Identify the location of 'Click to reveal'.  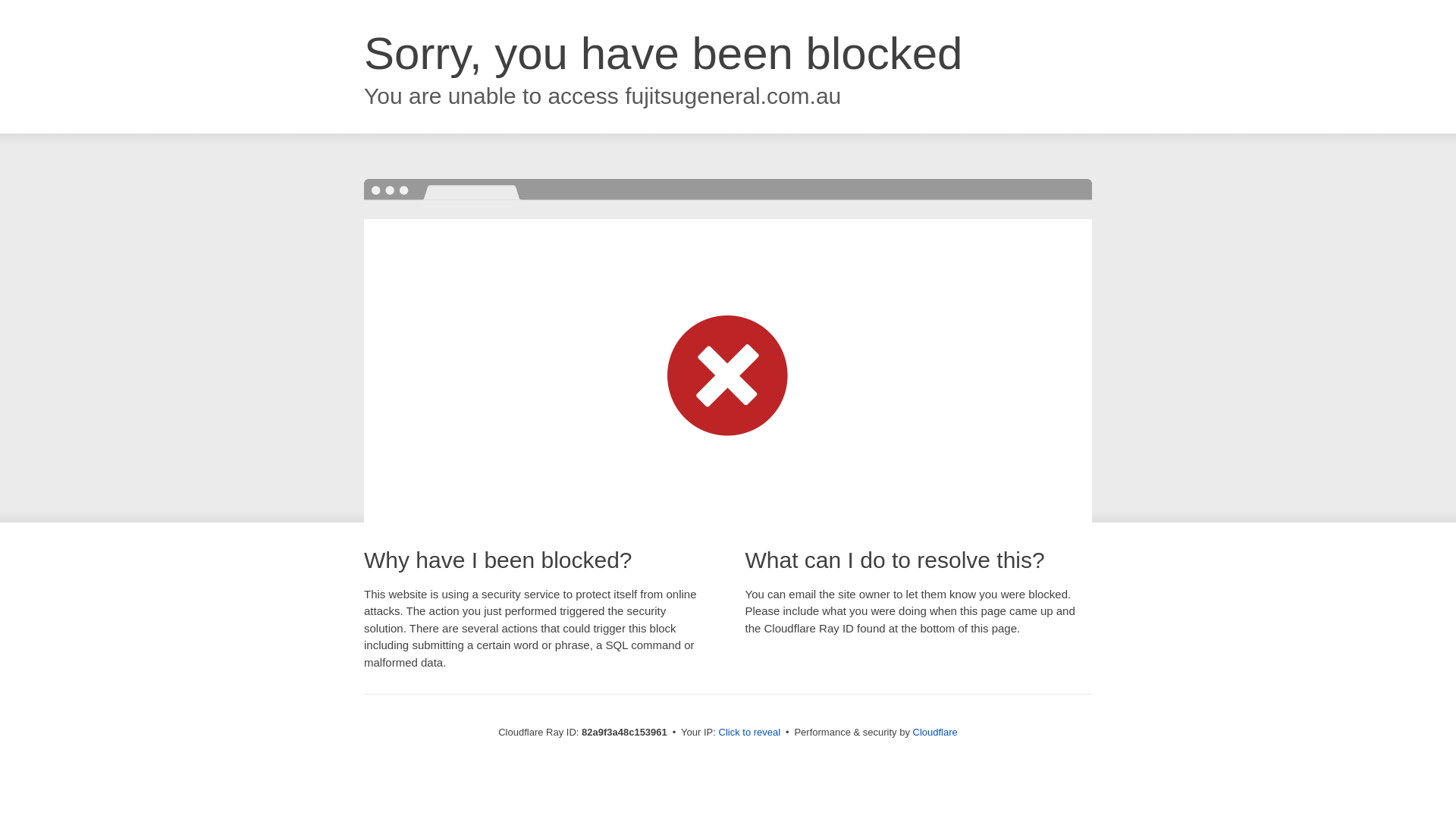
(749, 731).